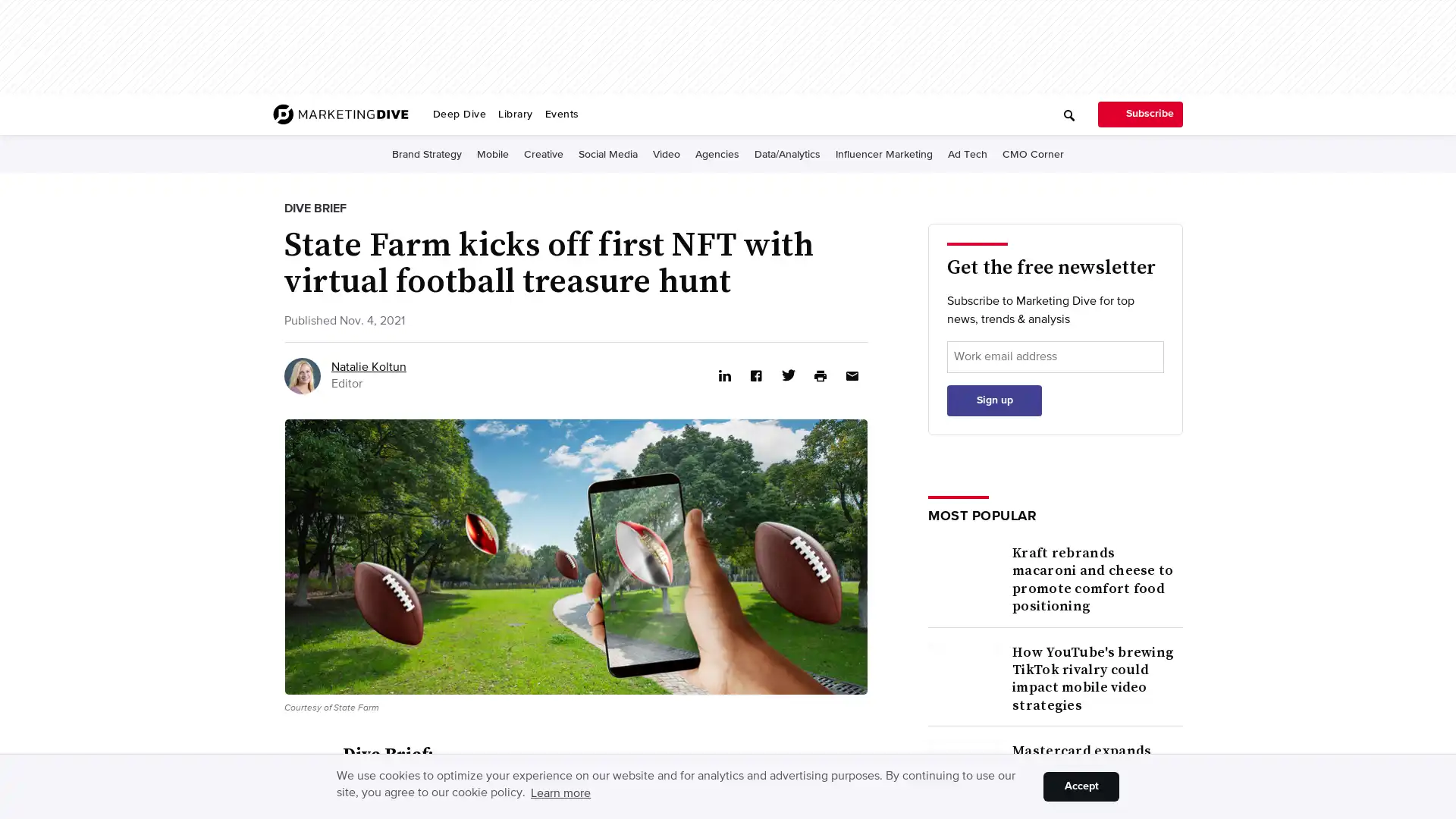  Describe the element at coordinates (994, 648) in the screenshot. I see `Sign up` at that location.